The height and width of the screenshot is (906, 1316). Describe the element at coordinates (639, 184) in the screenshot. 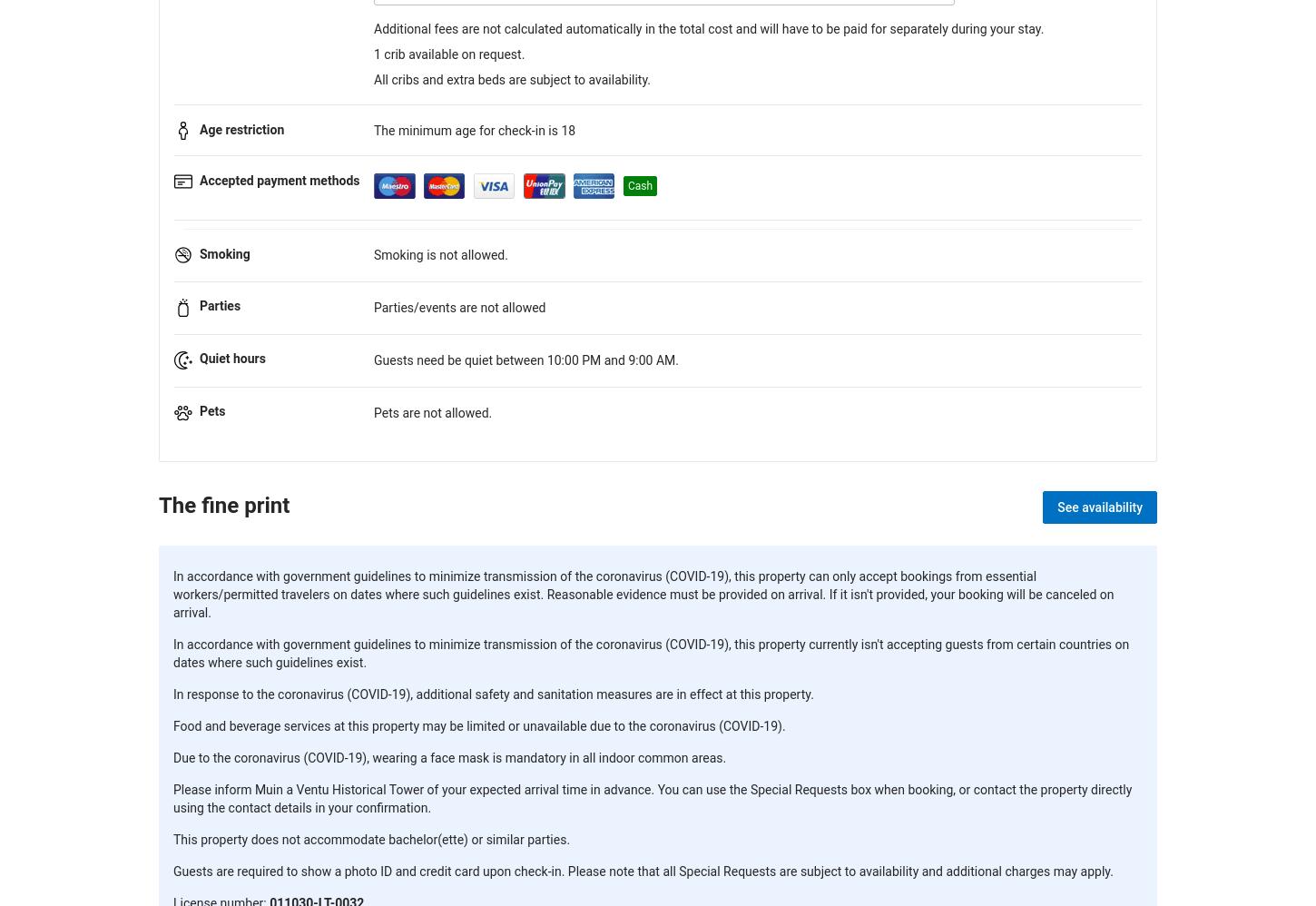

I see `'Cash'` at that location.